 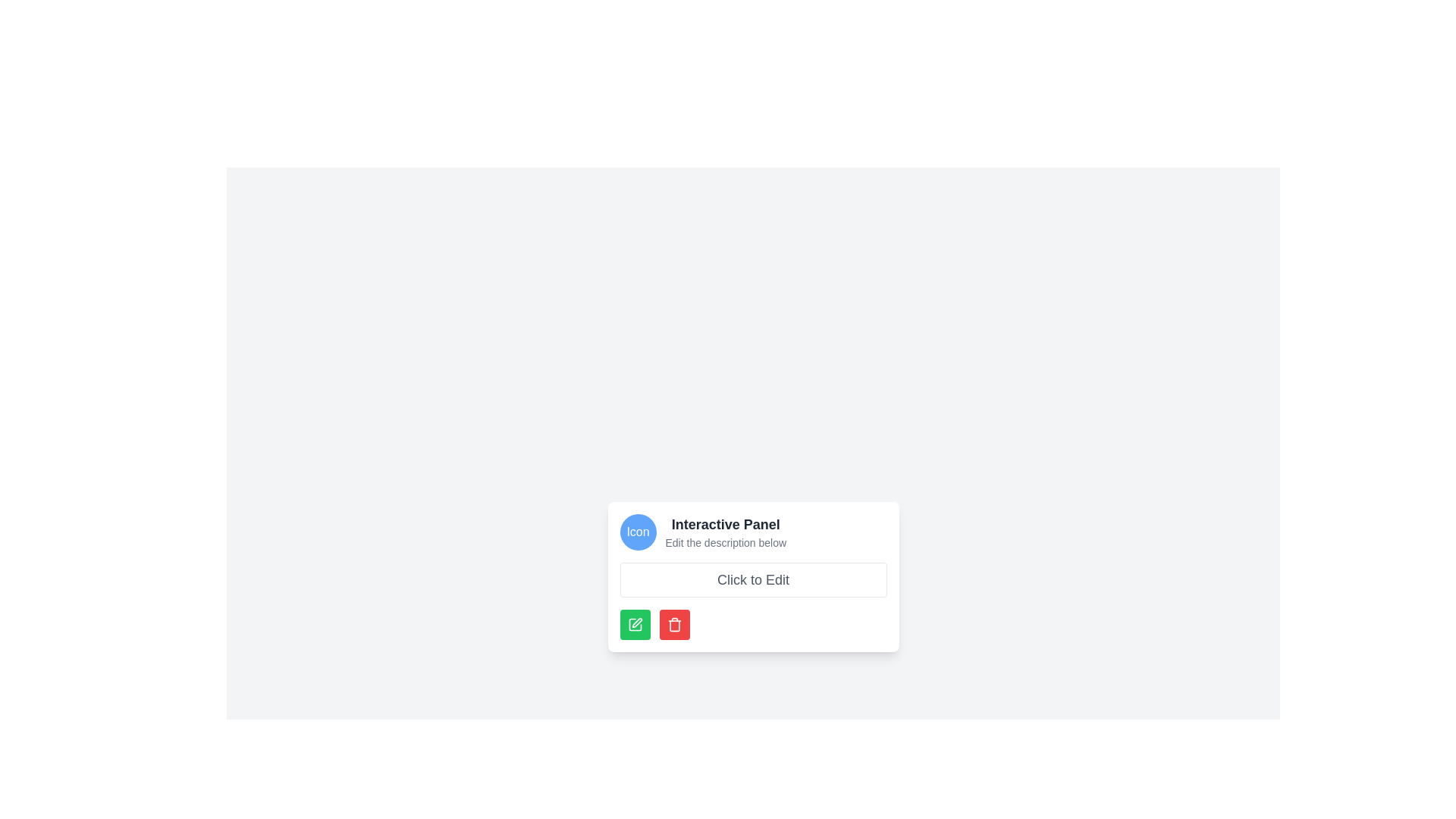 What do you see at coordinates (753, 625) in the screenshot?
I see `the horizontal button group located at the bottom of the white card` at bounding box center [753, 625].